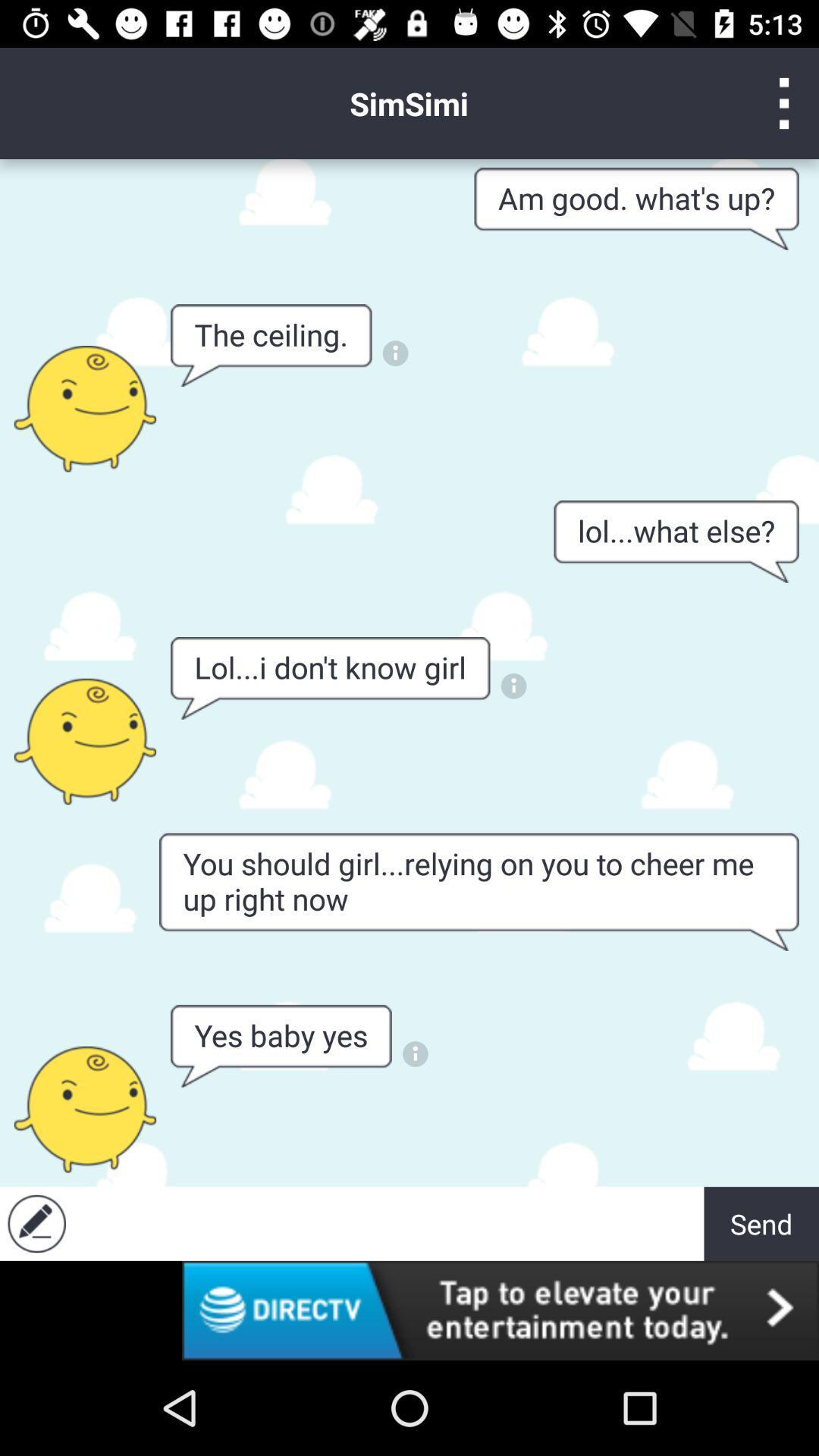 The width and height of the screenshot is (819, 1456). What do you see at coordinates (513, 685) in the screenshot?
I see `the more details` at bounding box center [513, 685].